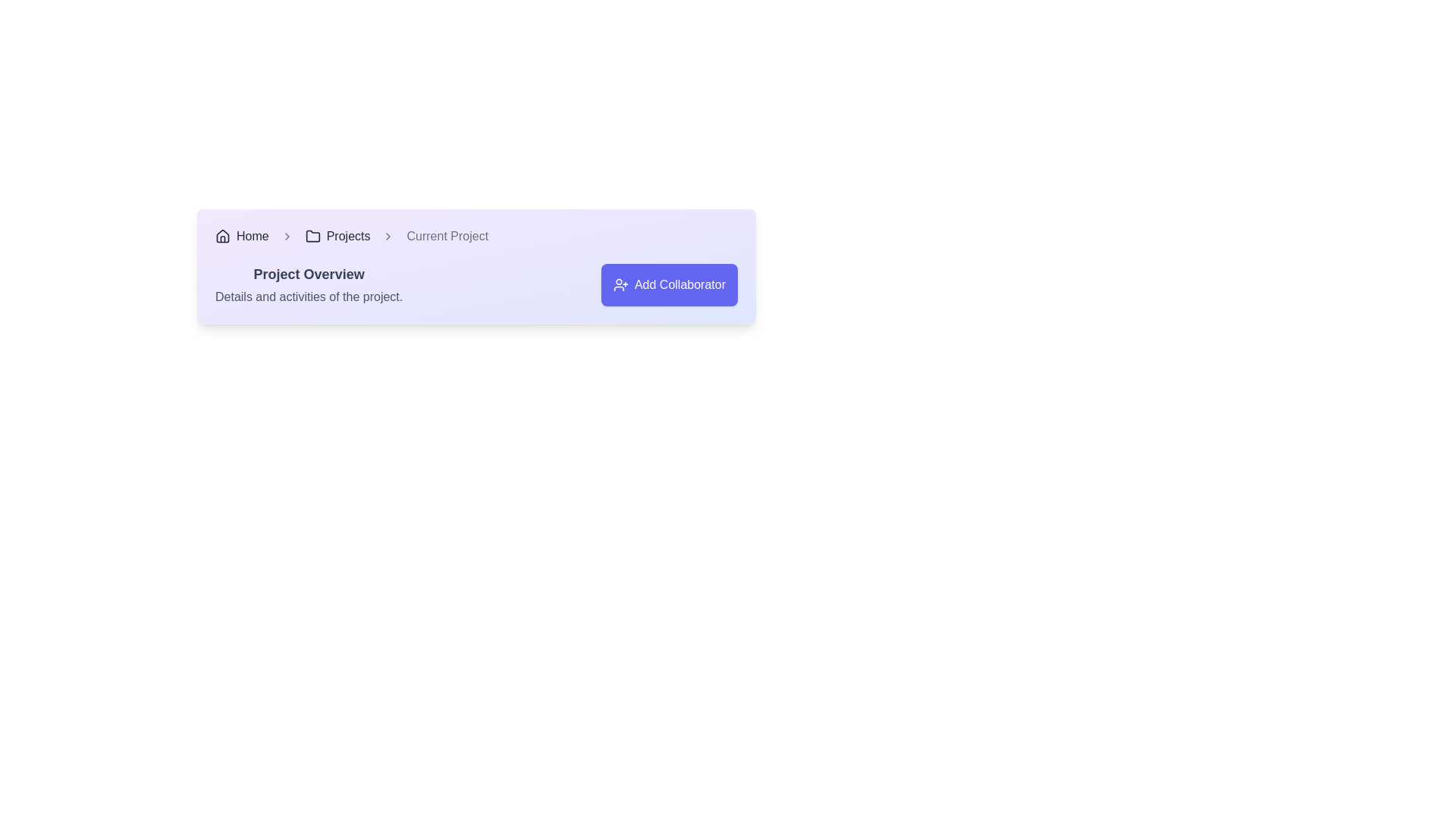 This screenshot has height=819, width=1456. What do you see at coordinates (388, 237) in the screenshot?
I see `the small gray chevron arrow icon located in the breadcrumb navigation bar, positioned between 'Projects' and 'Current Project'` at bounding box center [388, 237].